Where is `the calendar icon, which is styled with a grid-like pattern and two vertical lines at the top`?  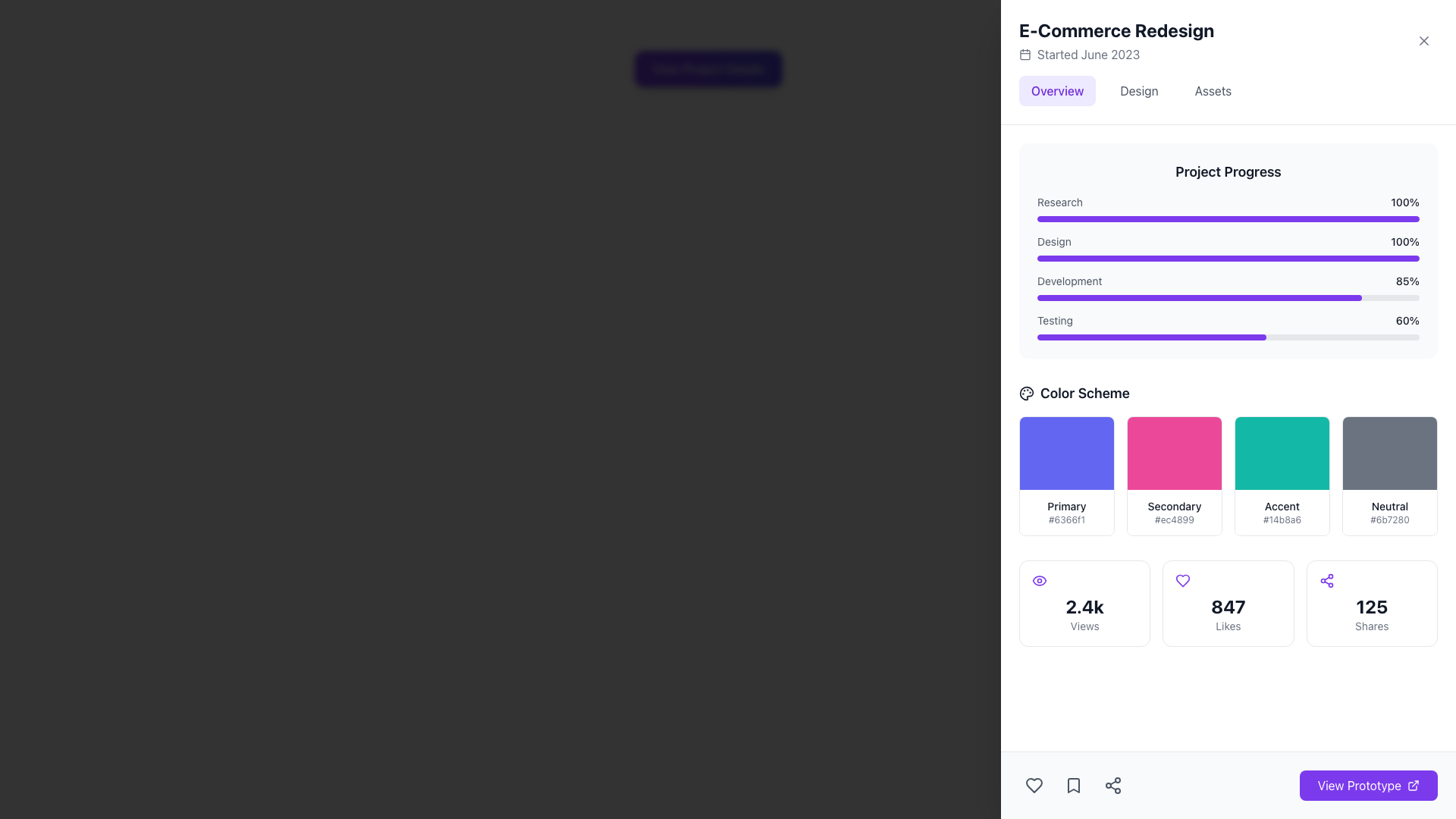
the calendar icon, which is styled with a grid-like pattern and two vertical lines at the top is located at coordinates (1025, 54).